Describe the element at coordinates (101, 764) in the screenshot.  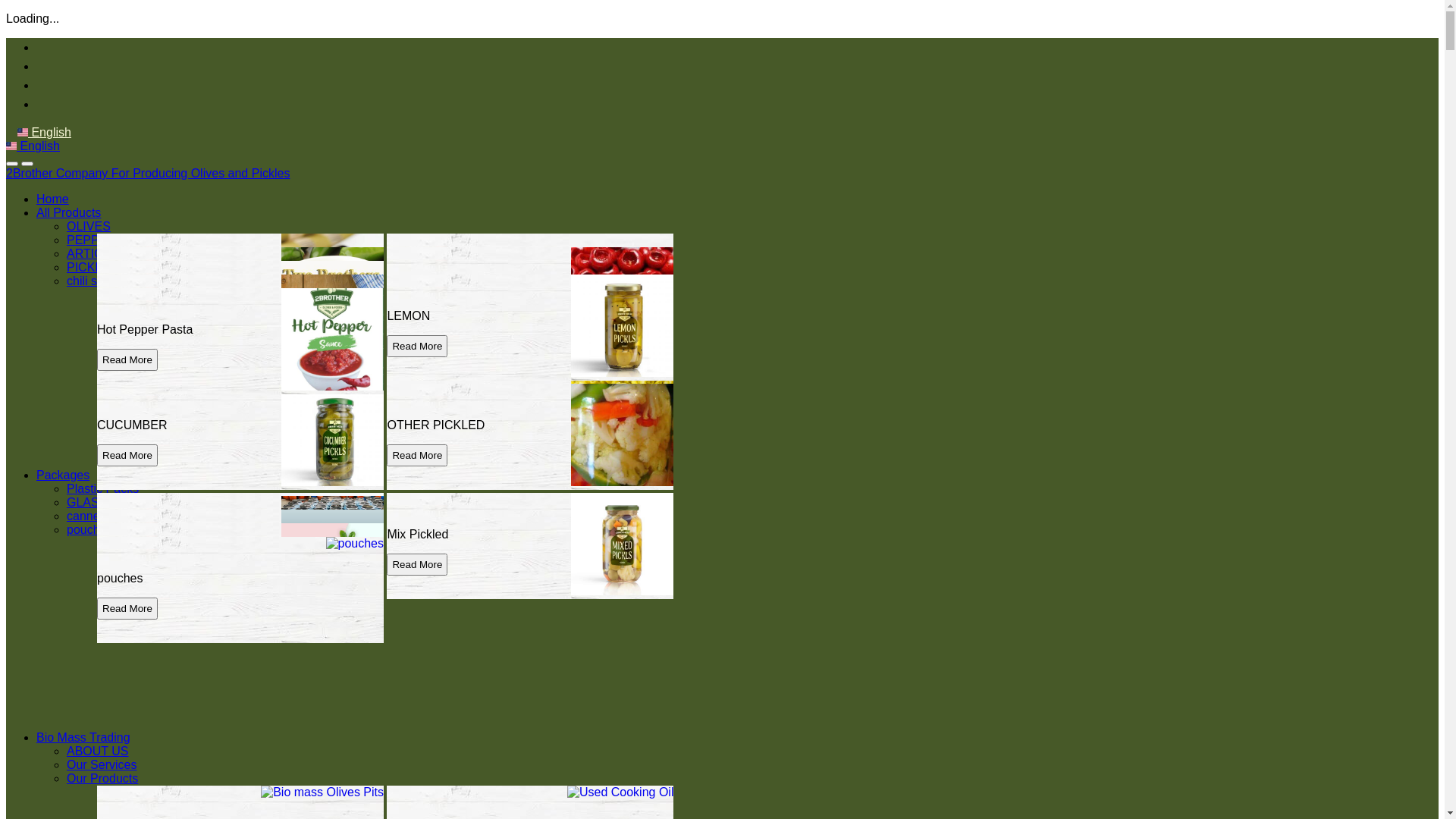
I see `'Our Services'` at that location.